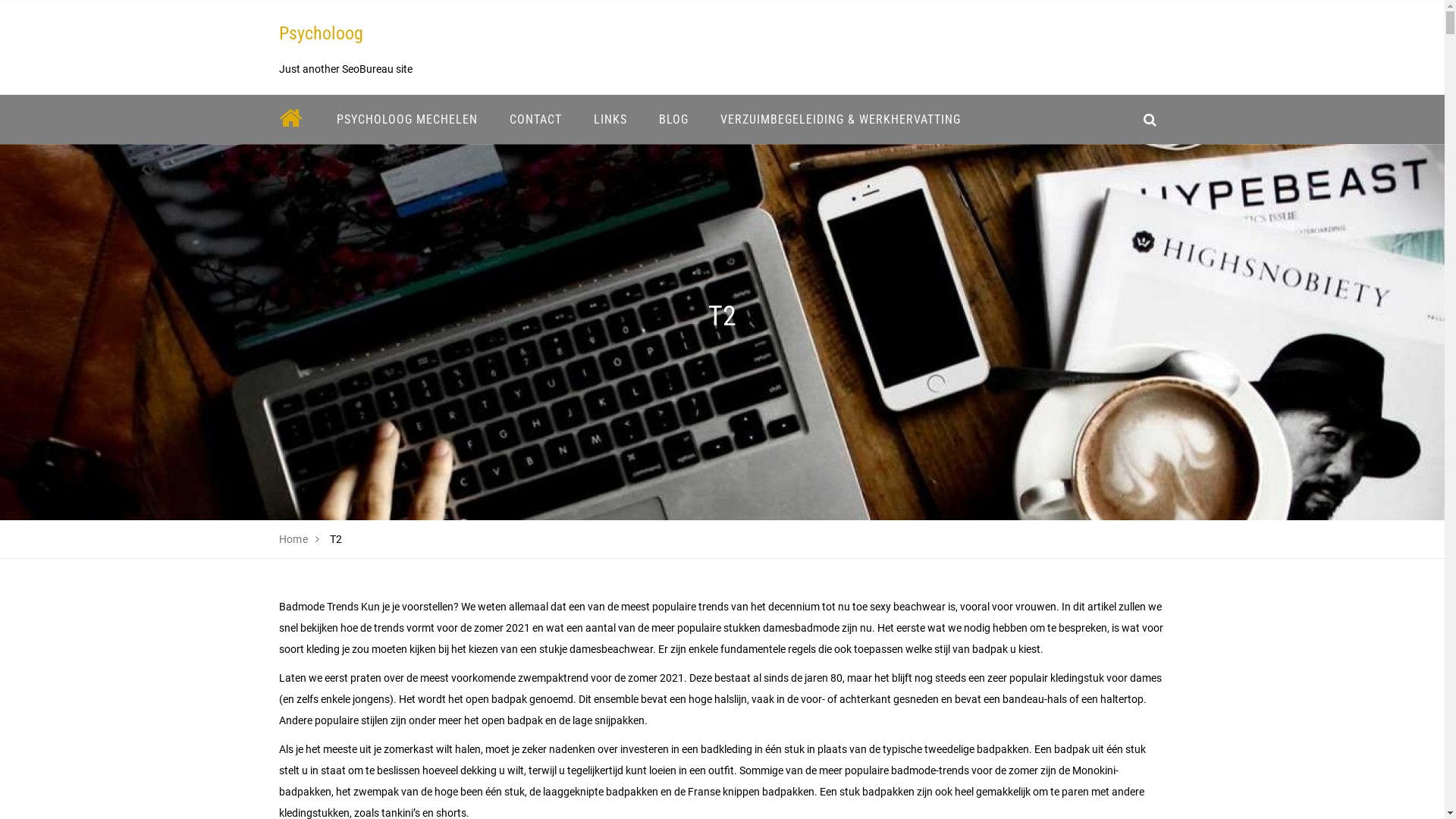  Describe the element at coordinates (1149, 118) in the screenshot. I see `'search_icon'` at that location.